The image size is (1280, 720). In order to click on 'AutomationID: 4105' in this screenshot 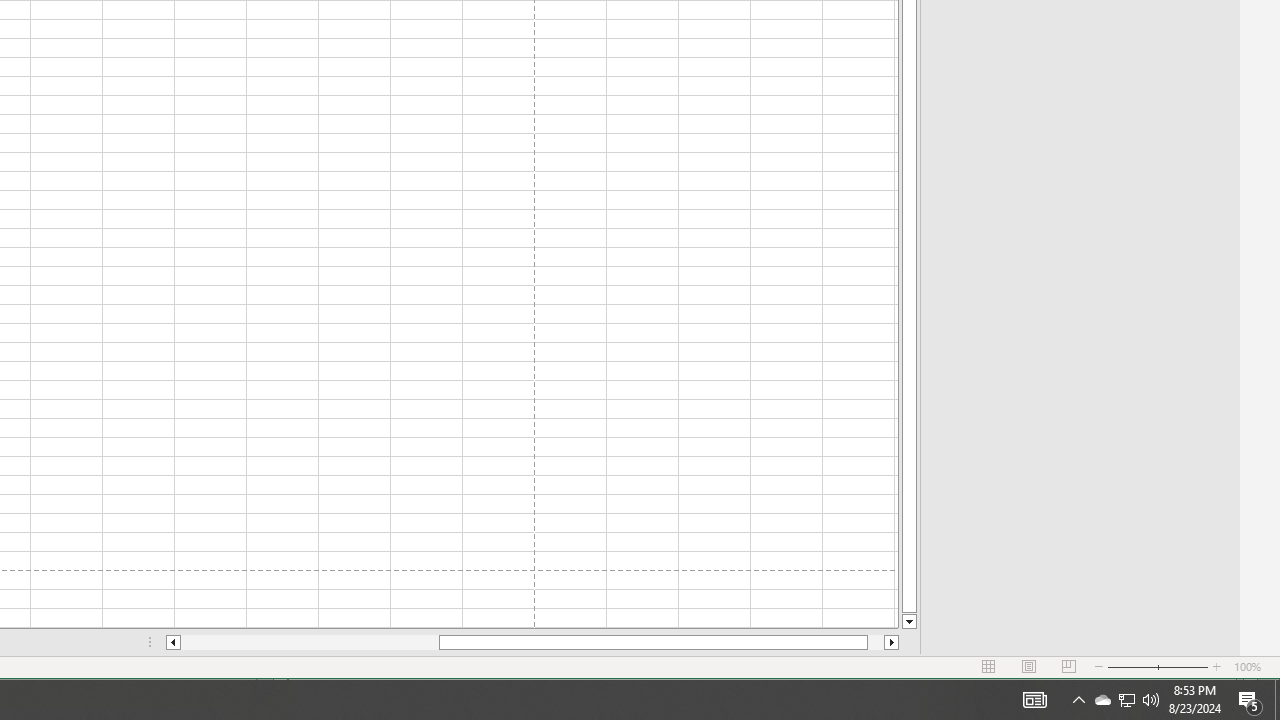, I will do `click(1034, 698)`.